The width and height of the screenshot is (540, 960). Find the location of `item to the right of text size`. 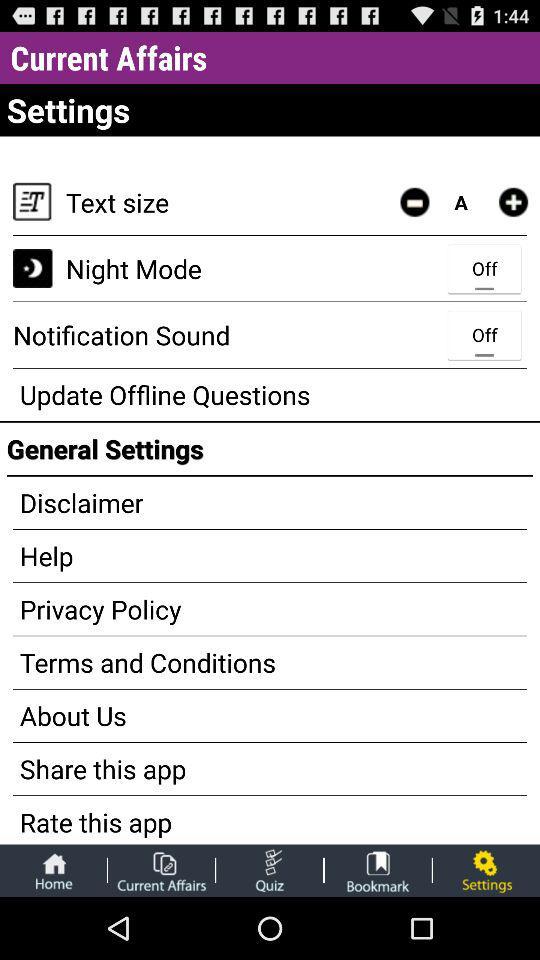

item to the right of text size is located at coordinates (413, 202).